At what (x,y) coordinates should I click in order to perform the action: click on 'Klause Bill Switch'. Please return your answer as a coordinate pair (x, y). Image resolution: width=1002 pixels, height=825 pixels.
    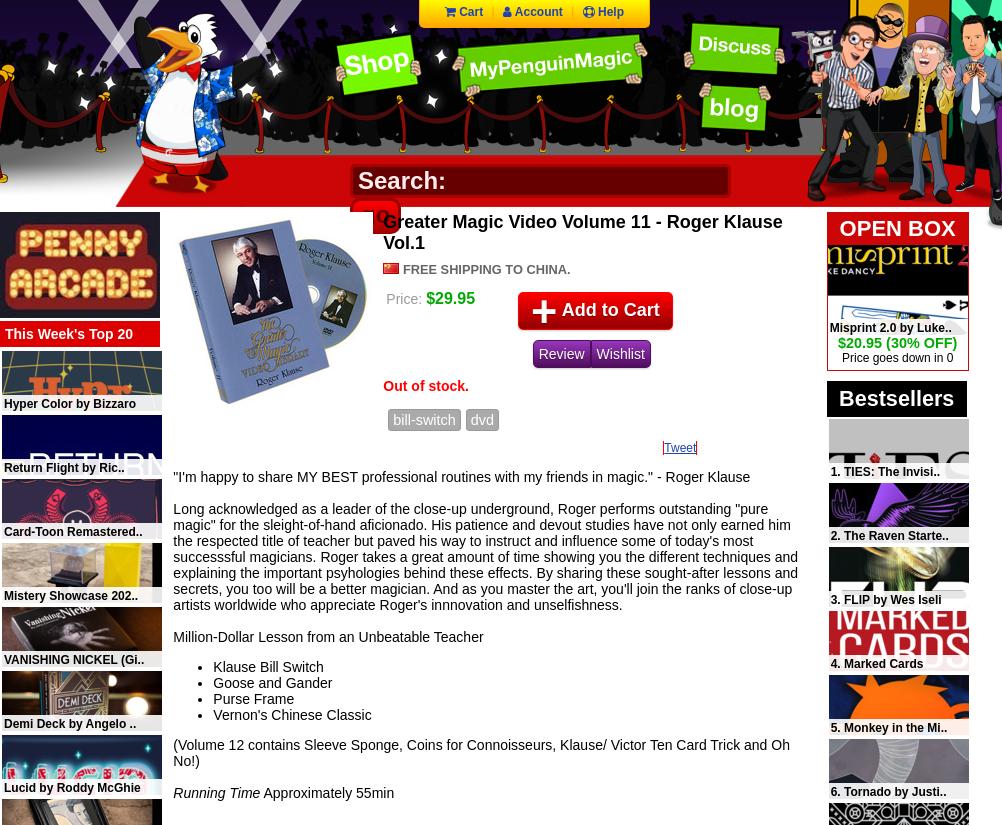
    Looking at the image, I should click on (267, 665).